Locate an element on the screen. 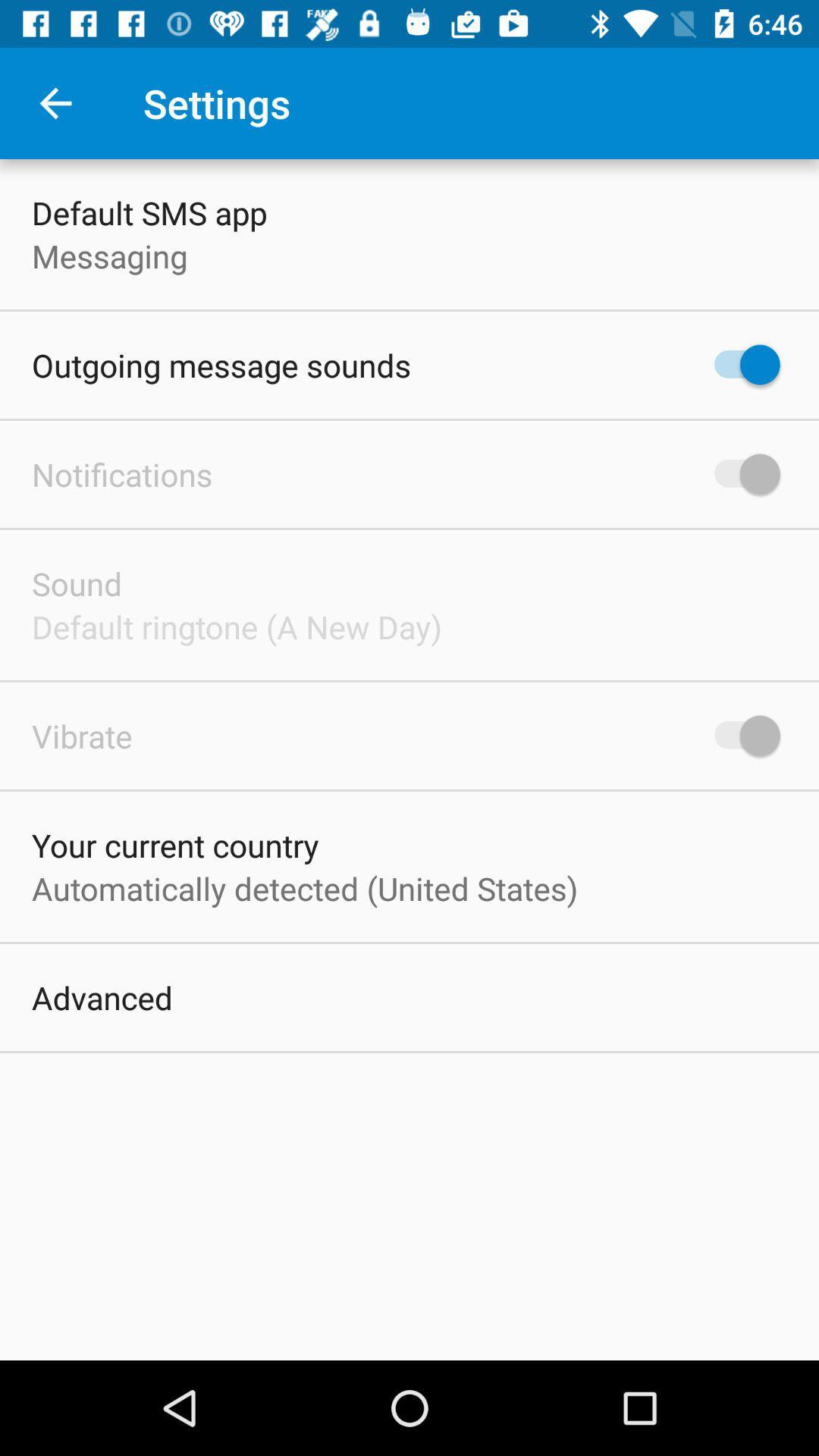 The width and height of the screenshot is (819, 1456). the item above your current country is located at coordinates (82, 736).